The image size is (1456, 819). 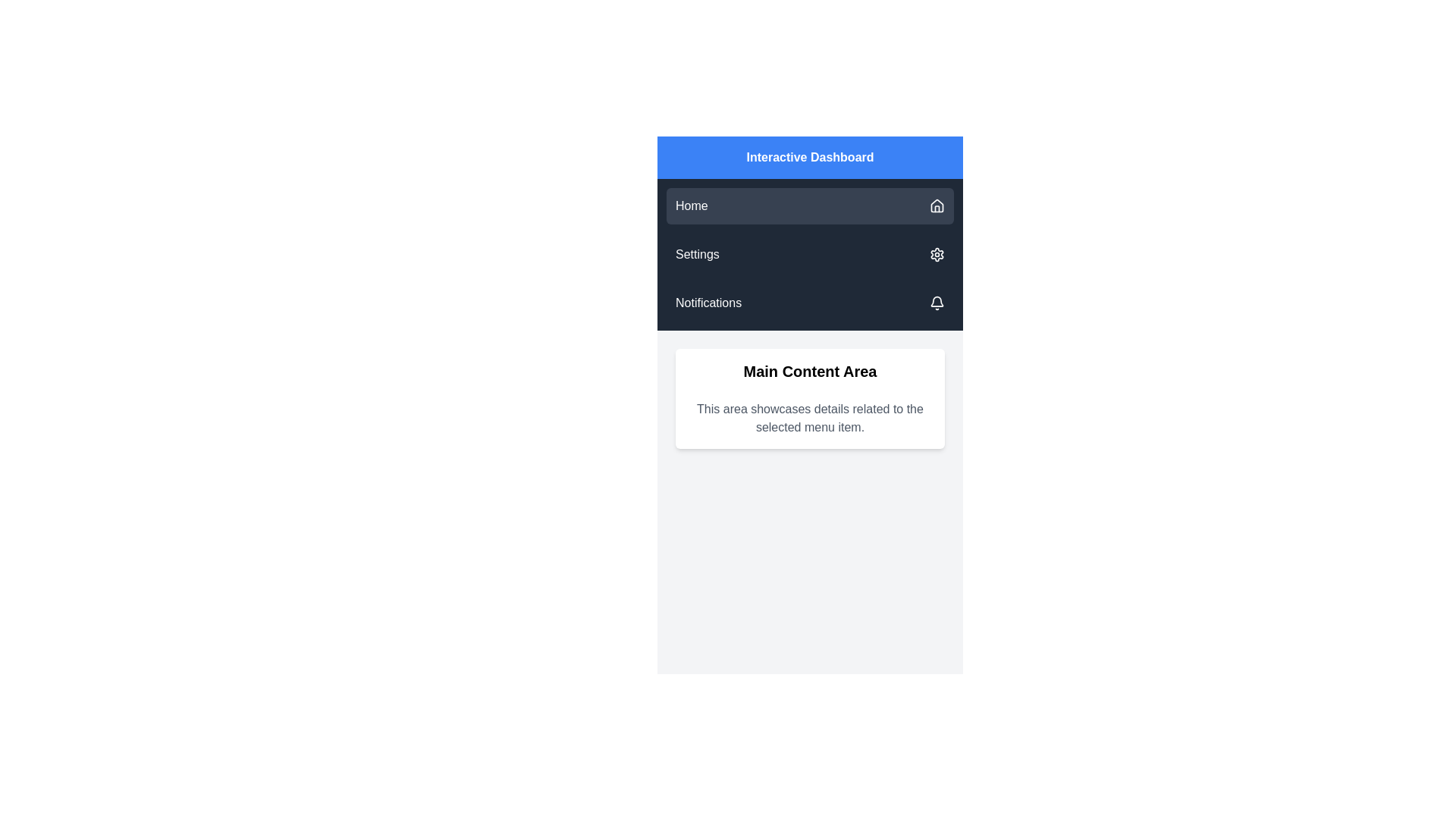 I want to click on the bell icon located to the right of the 'Notifications' menu item in the vertical navigation menu, so click(x=937, y=303).